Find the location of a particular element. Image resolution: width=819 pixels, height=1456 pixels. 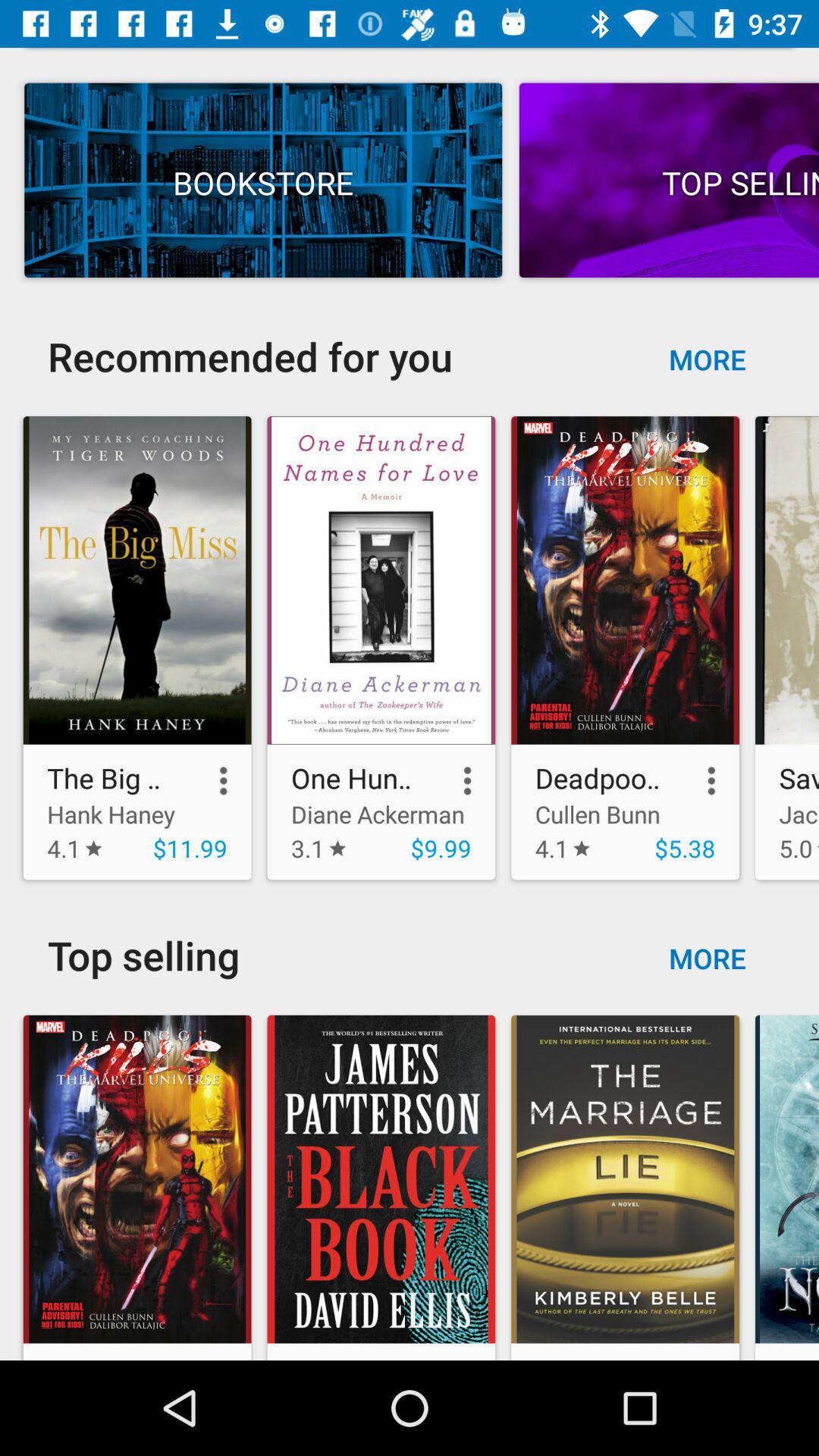

book one hundred names for love is located at coordinates (380, 579).